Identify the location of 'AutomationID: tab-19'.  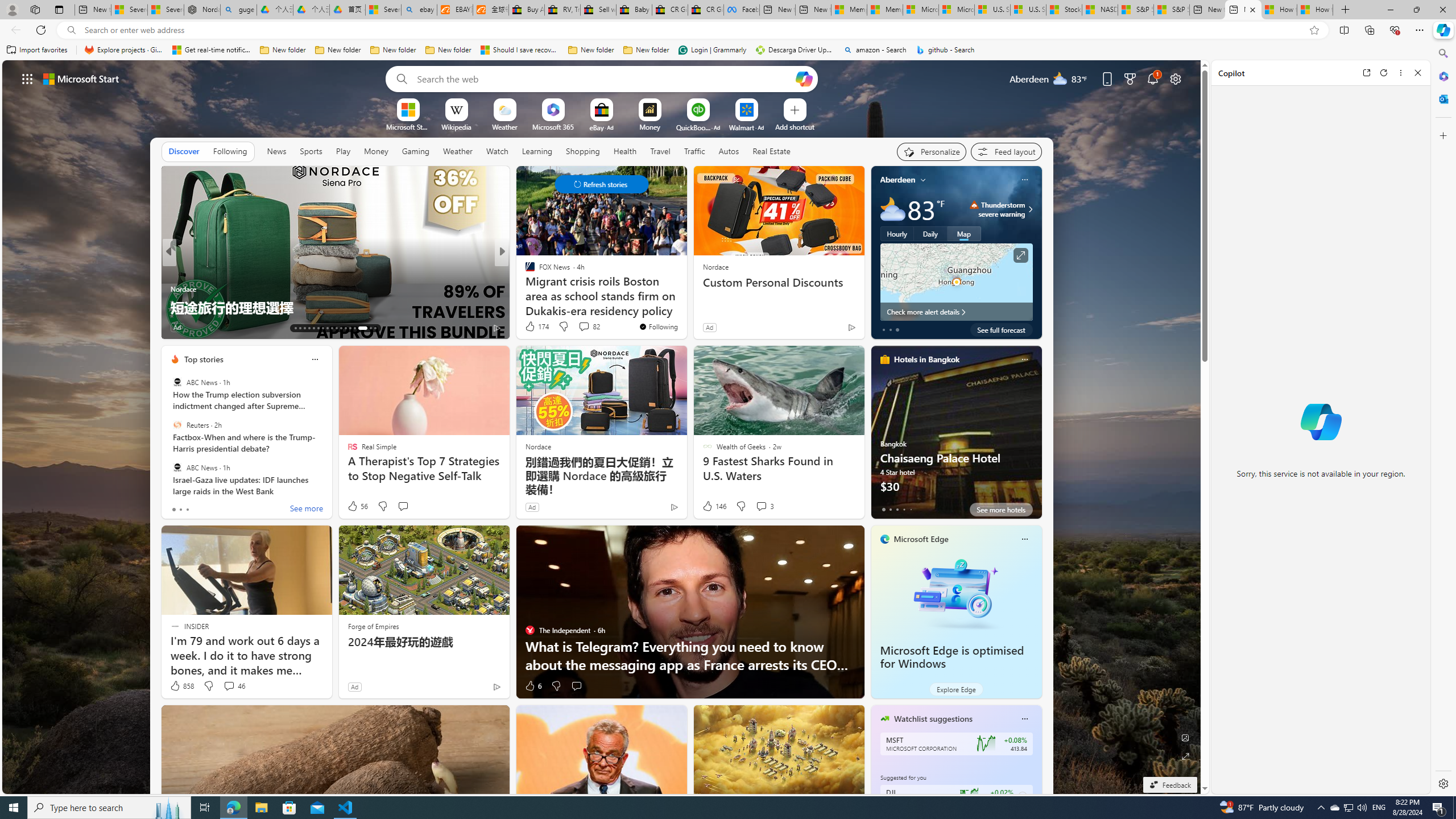
(322, 328).